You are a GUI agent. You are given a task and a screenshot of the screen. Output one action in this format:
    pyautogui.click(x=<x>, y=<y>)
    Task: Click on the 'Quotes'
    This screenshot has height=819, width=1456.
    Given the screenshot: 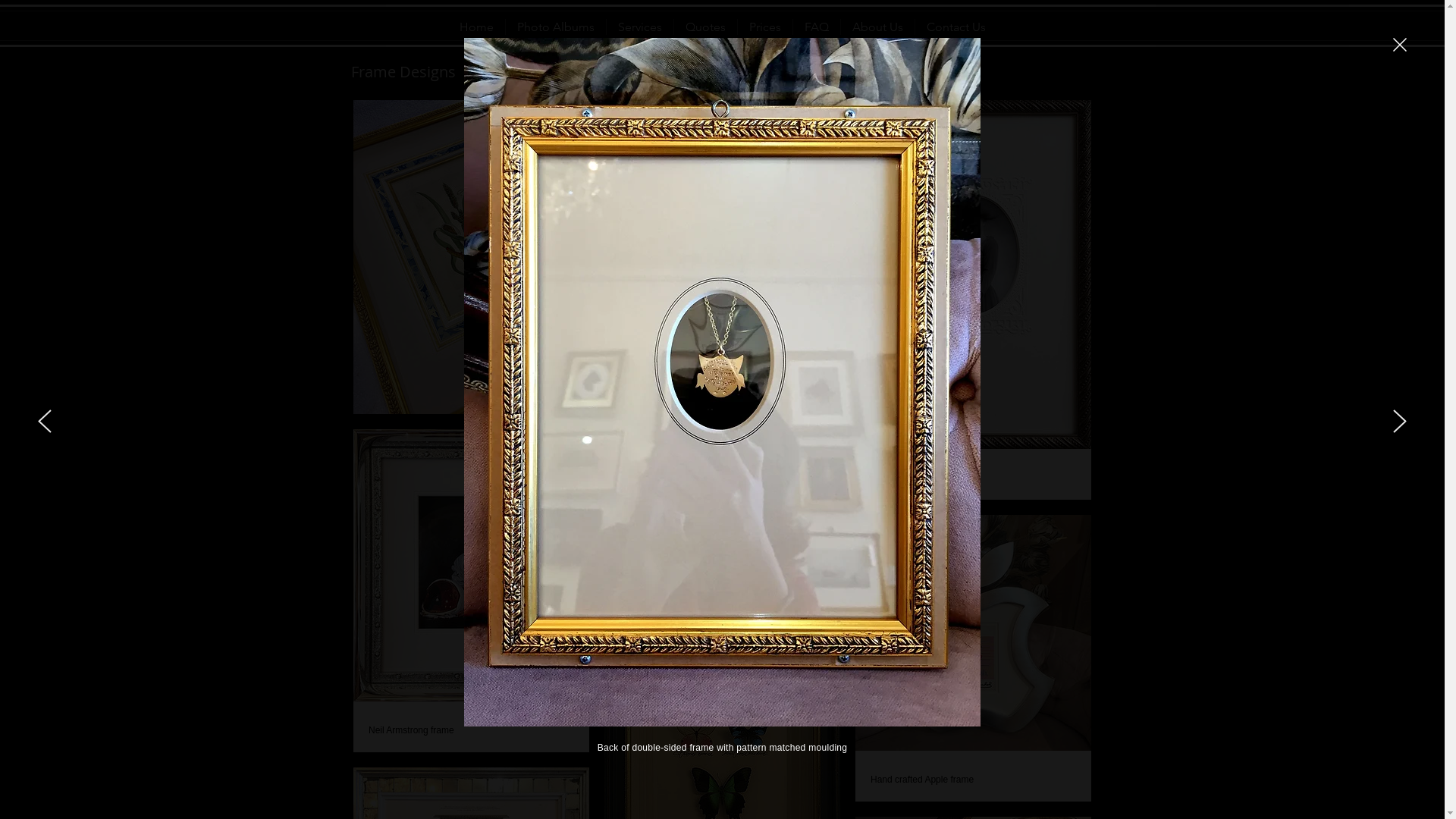 What is the action you would take?
    pyautogui.click(x=704, y=26)
    